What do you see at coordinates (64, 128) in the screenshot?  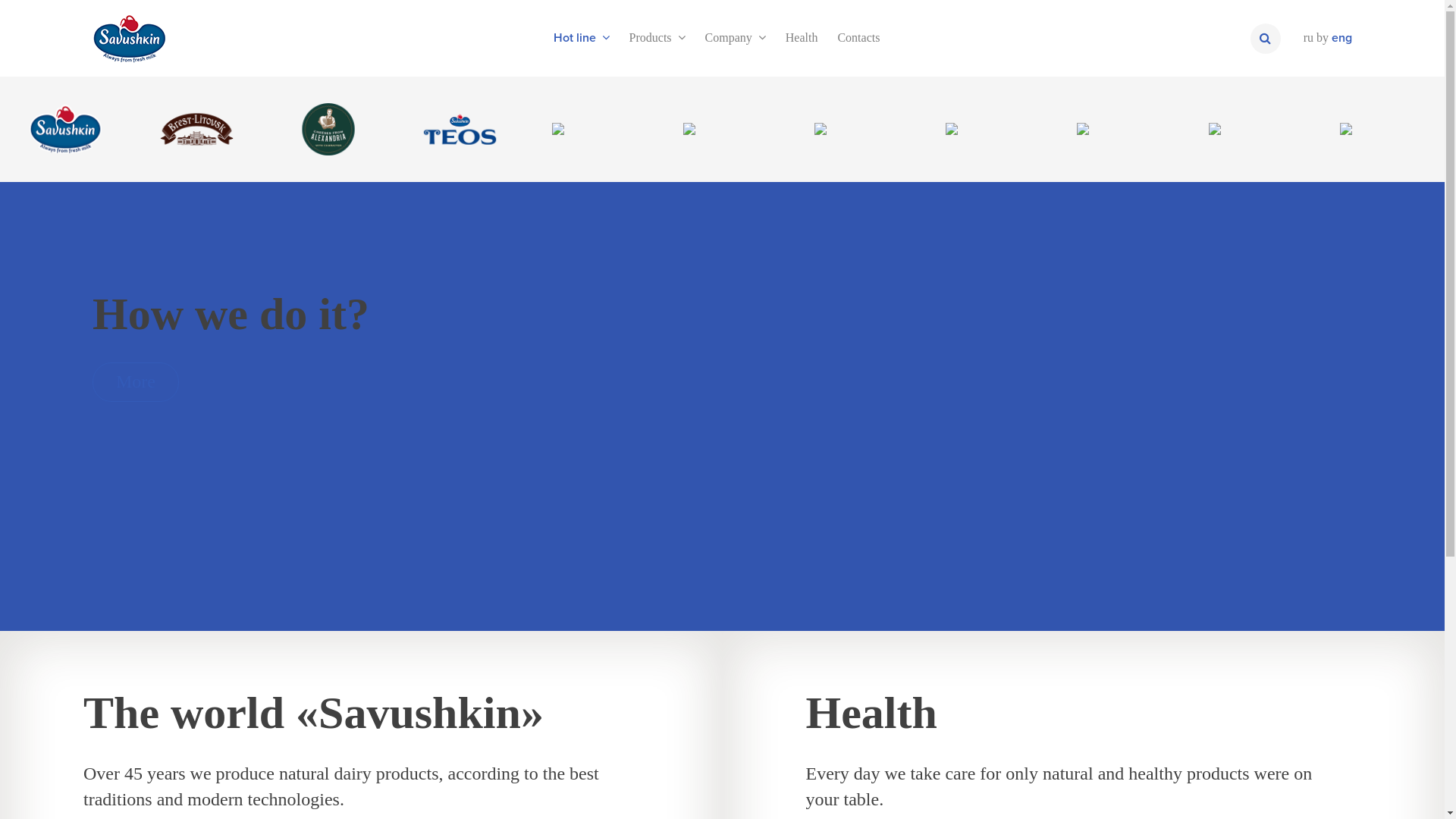 I see `'Savushkin'` at bounding box center [64, 128].